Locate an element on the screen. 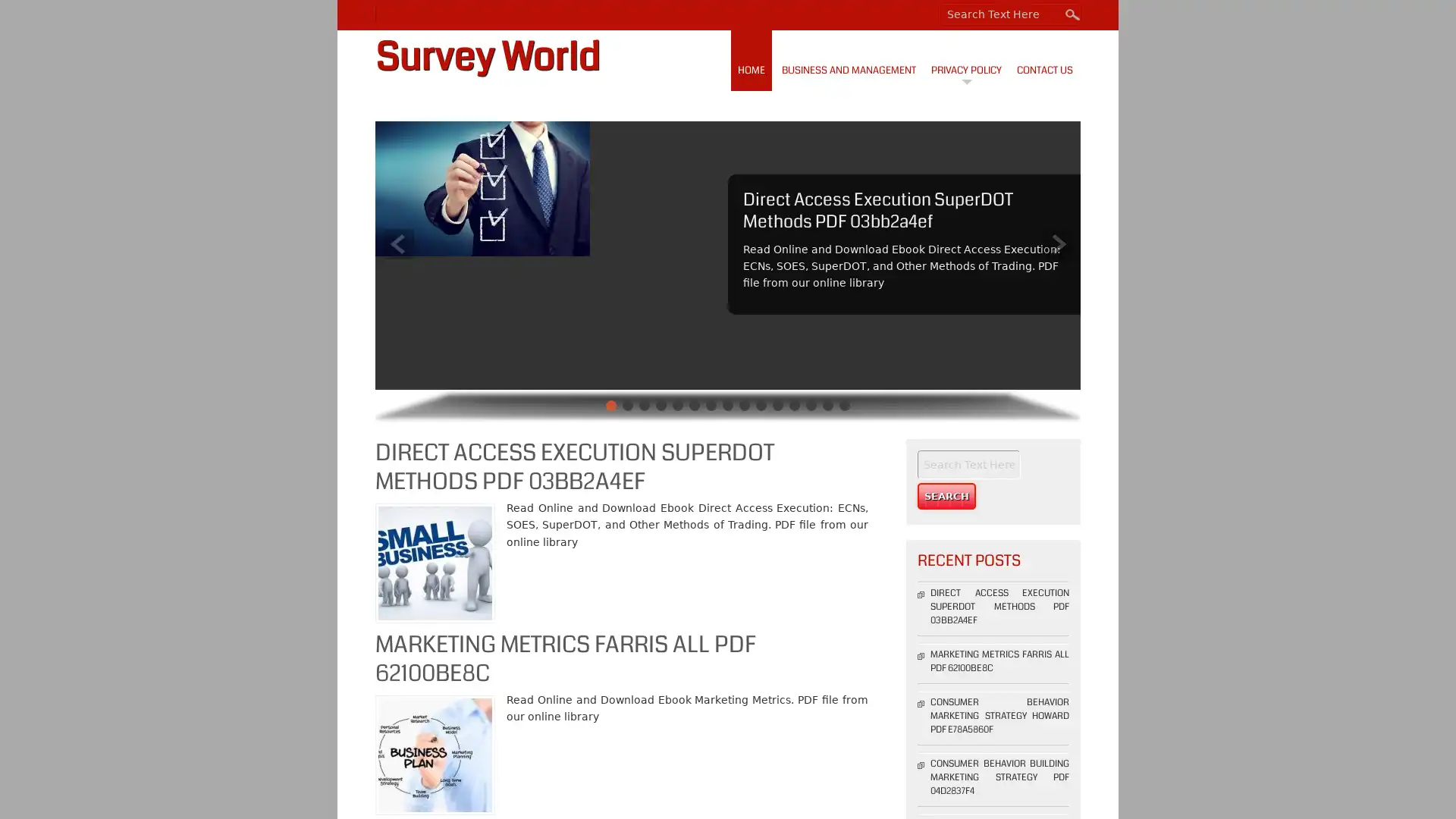  Search is located at coordinates (946, 496).